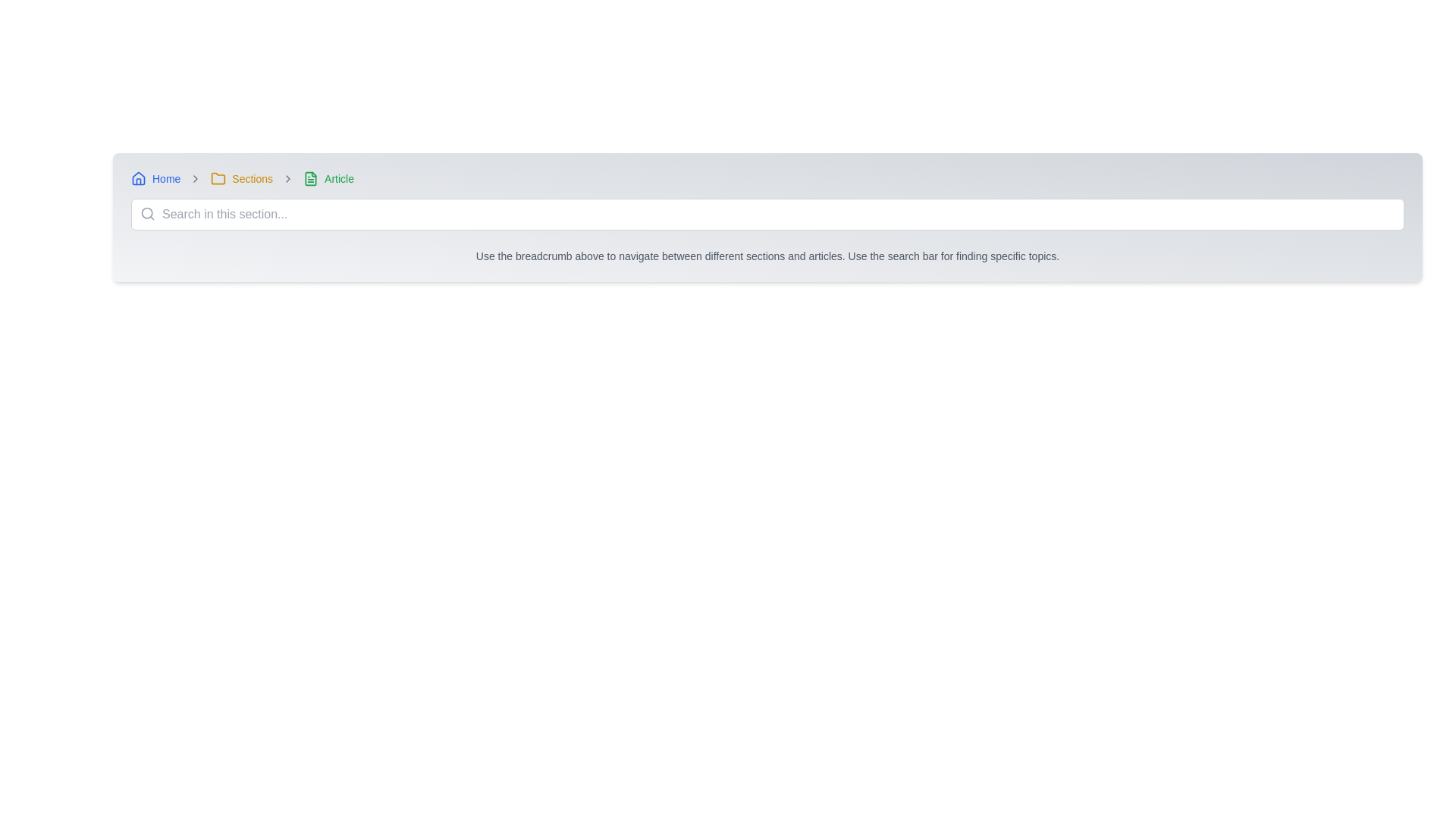  Describe the element at coordinates (166, 177) in the screenshot. I see `the 'Home' hyperlink in the breadcrumb navigation bar` at that location.